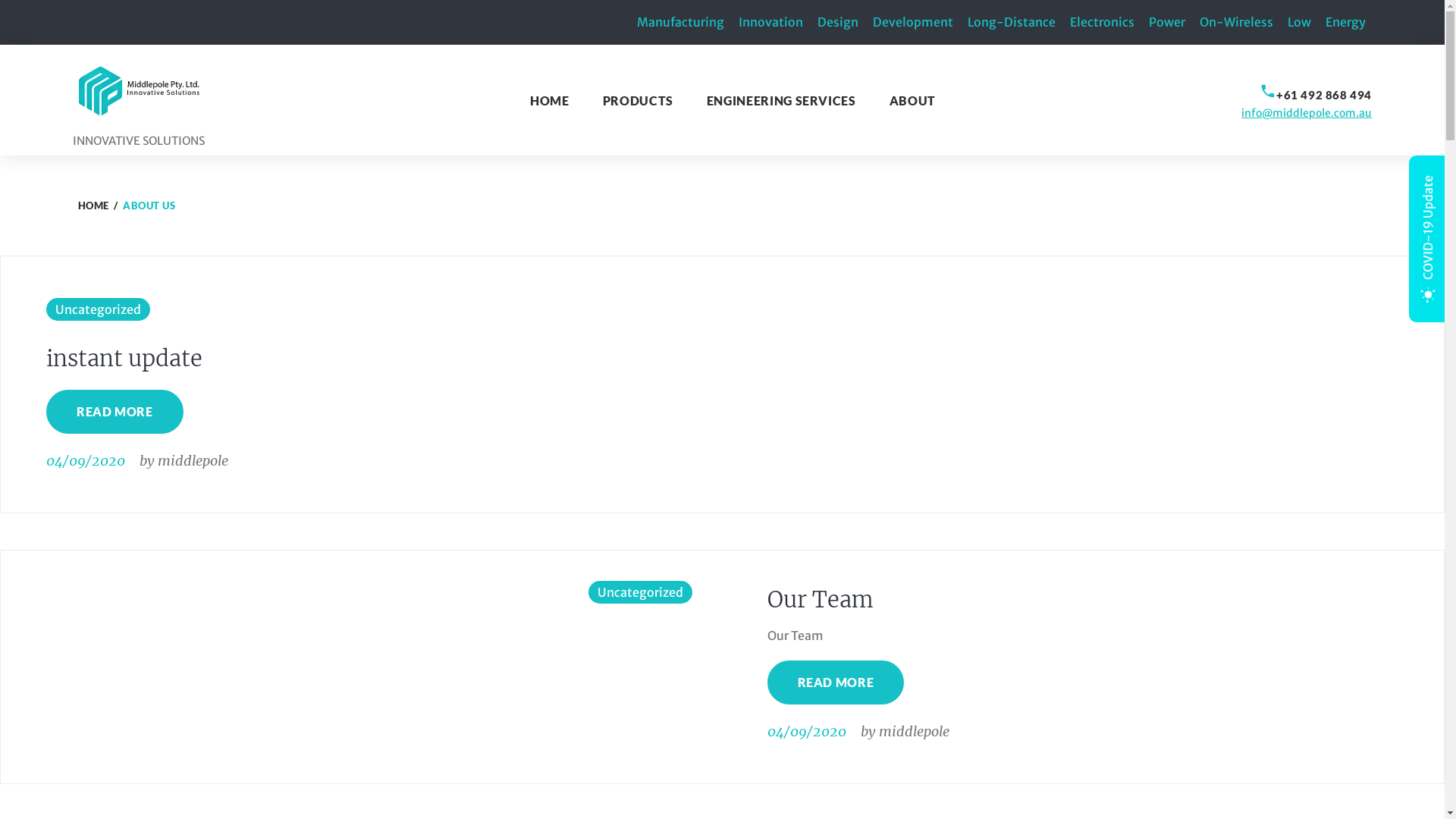  What do you see at coordinates (124, 358) in the screenshot?
I see `'instant update'` at bounding box center [124, 358].